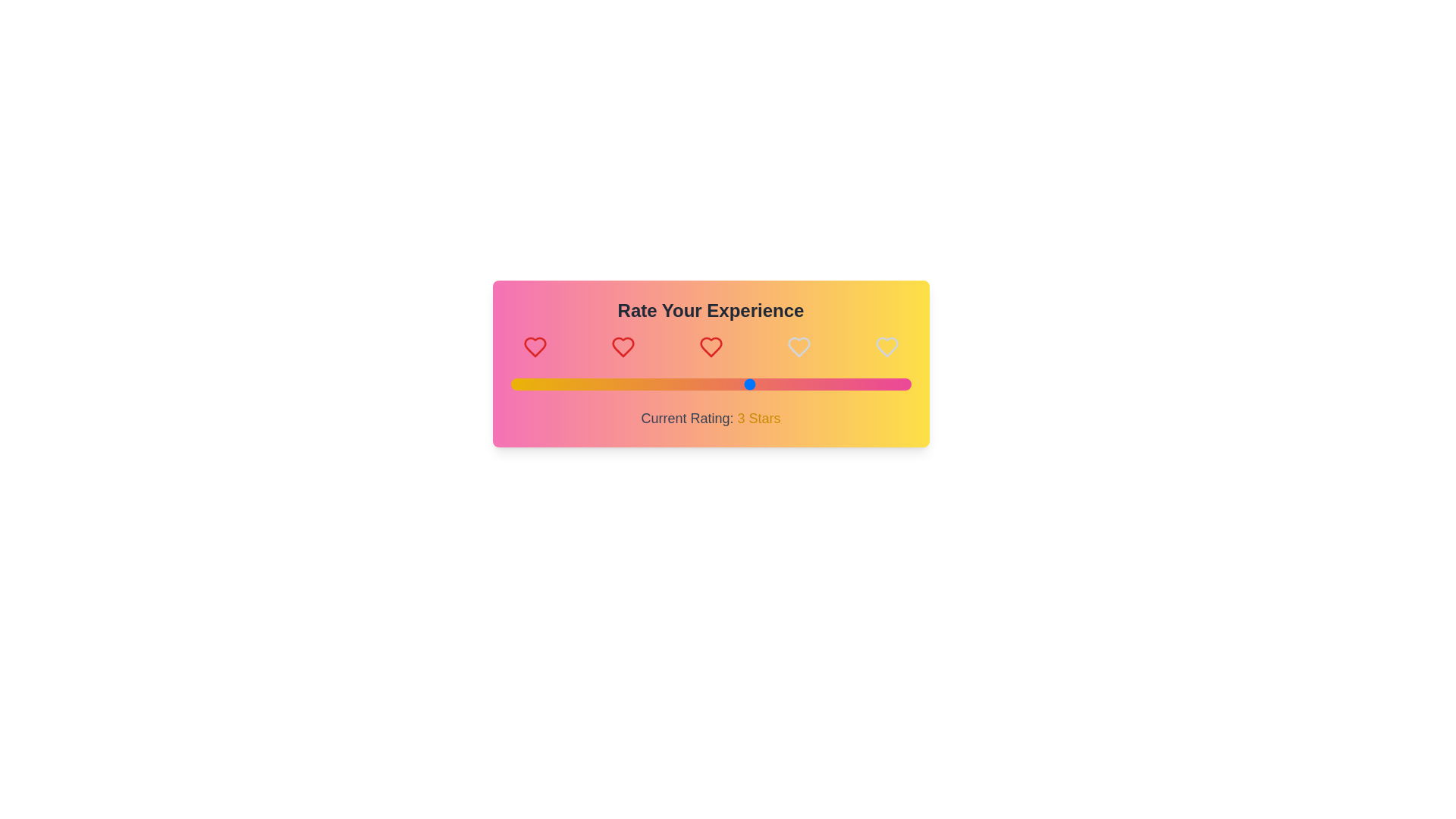 This screenshot has height=819, width=1456. I want to click on the rating slider to 0 stars, so click(510, 383).